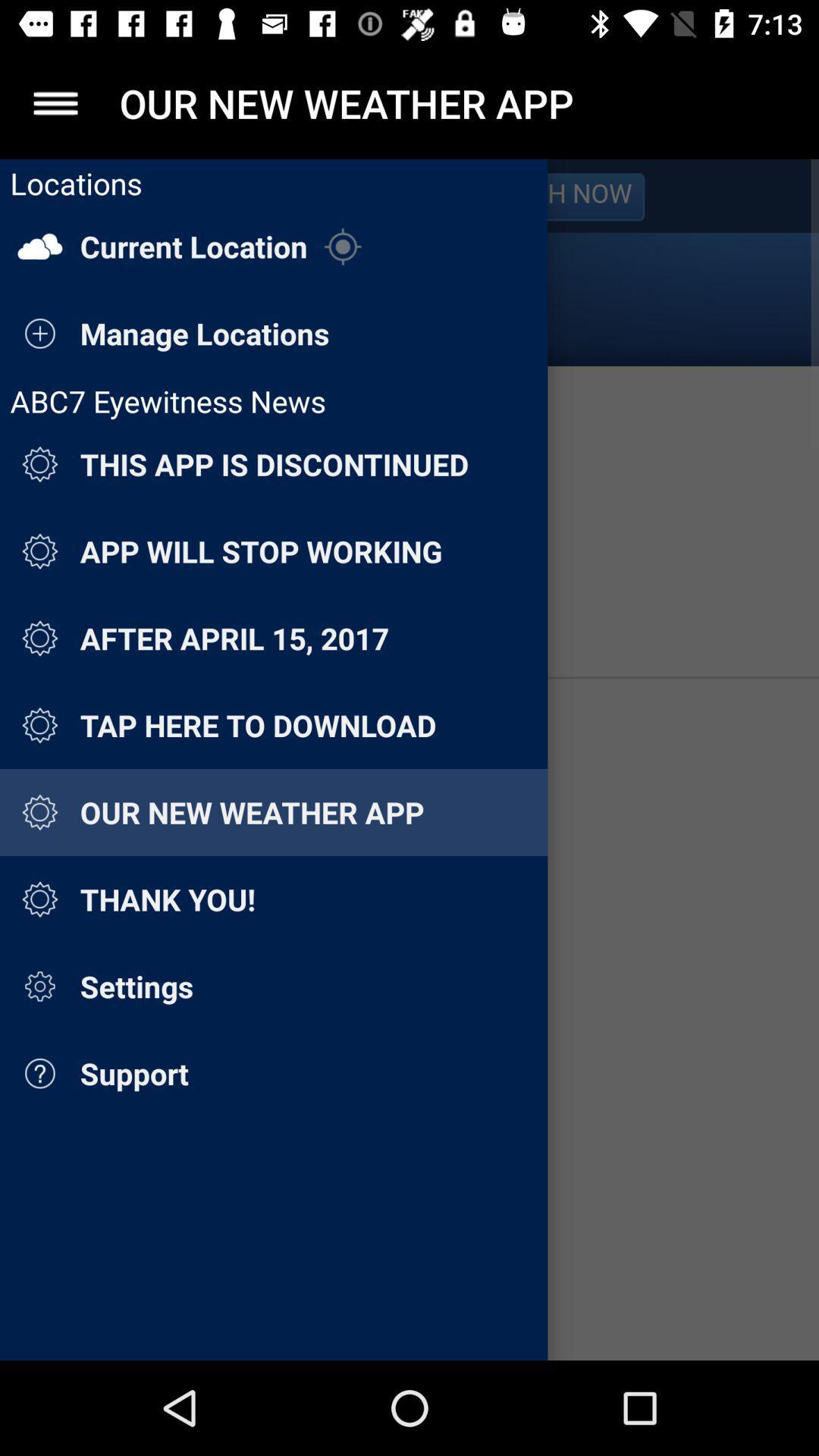 Image resolution: width=819 pixels, height=1456 pixels. What do you see at coordinates (55, 102) in the screenshot?
I see `menu` at bounding box center [55, 102].